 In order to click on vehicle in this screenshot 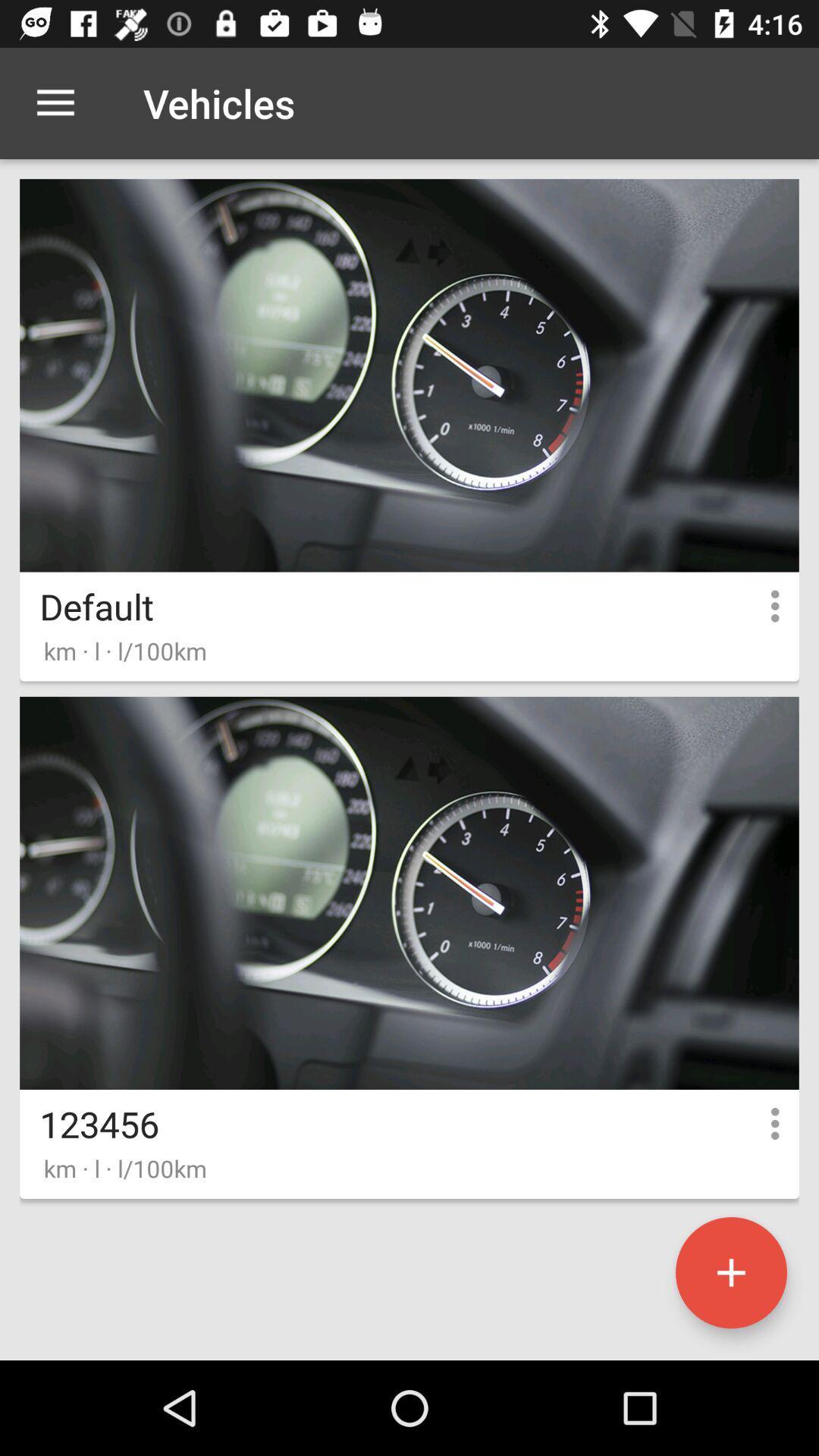, I will do `click(730, 1272)`.